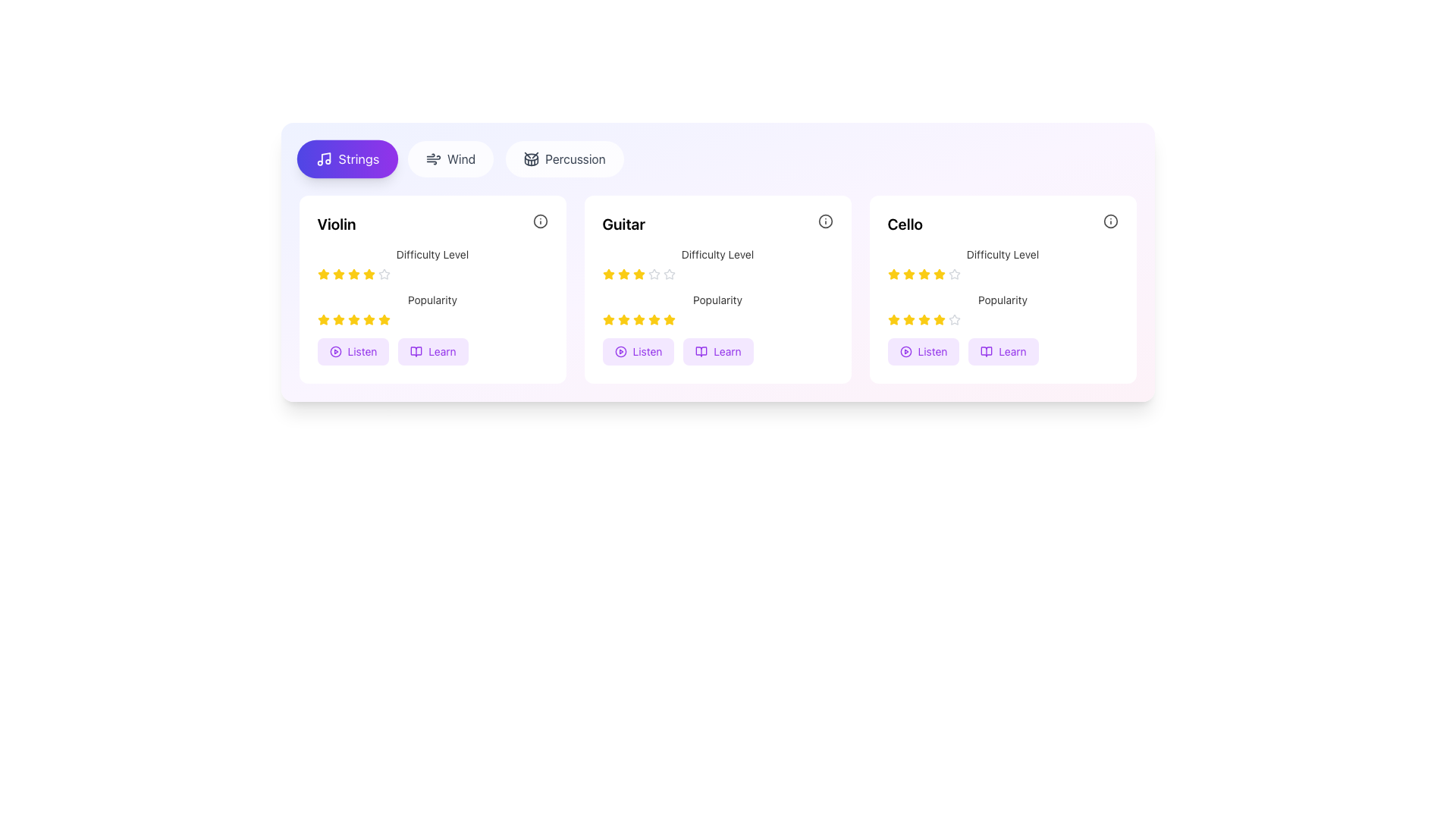 The width and height of the screenshot is (1456, 819). I want to click on the educational button related to 'Violin' located near the bottom of the 'Violin' section to trigger any potential hover effects, so click(432, 351).